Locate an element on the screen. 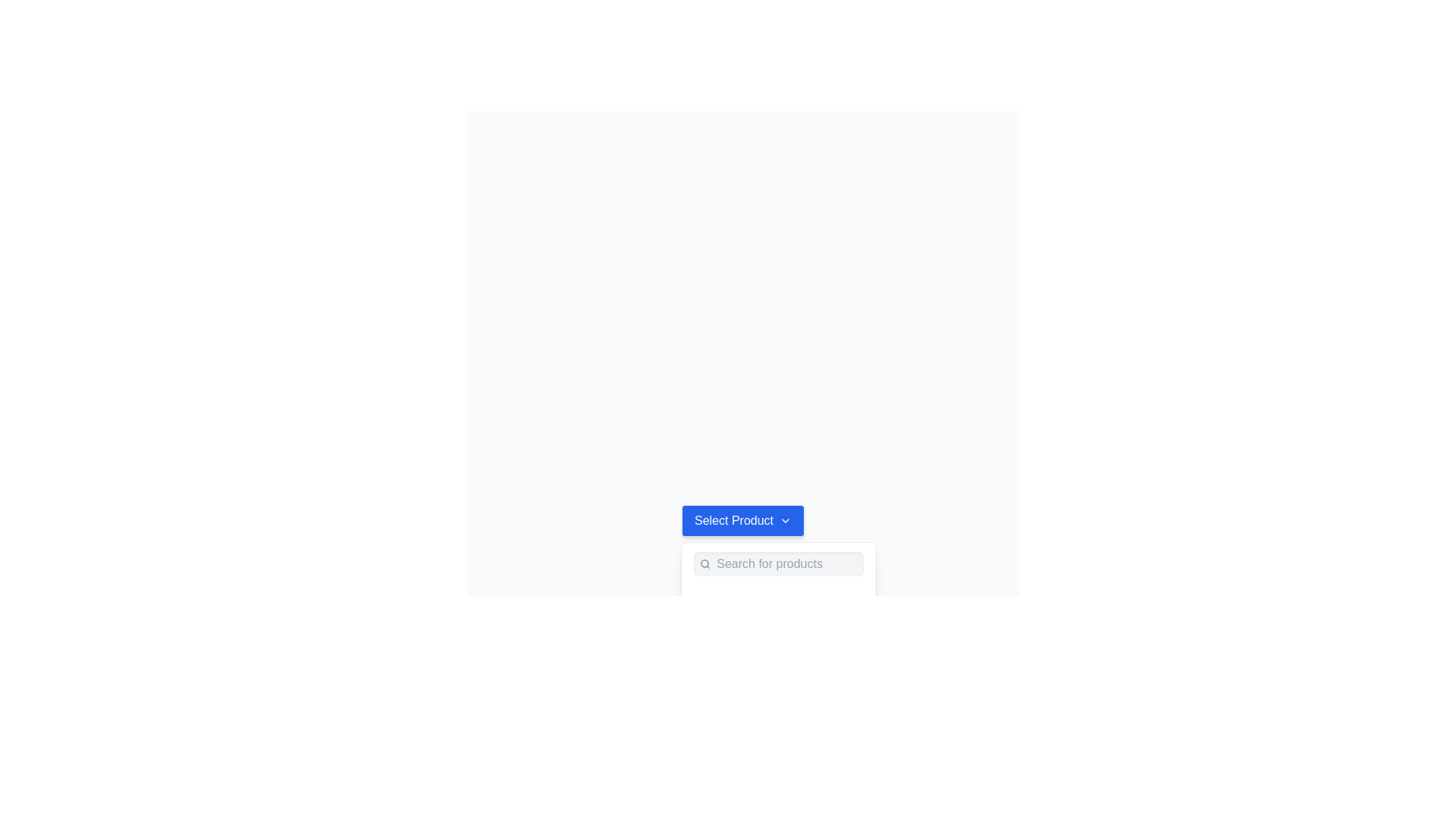 Image resolution: width=1456 pixels, height=819 pixels. the search bar text input field located to the right of the magnifying glass icon, which has a light gray background and rounded rectangle styling is located at coordinates (787, 564).